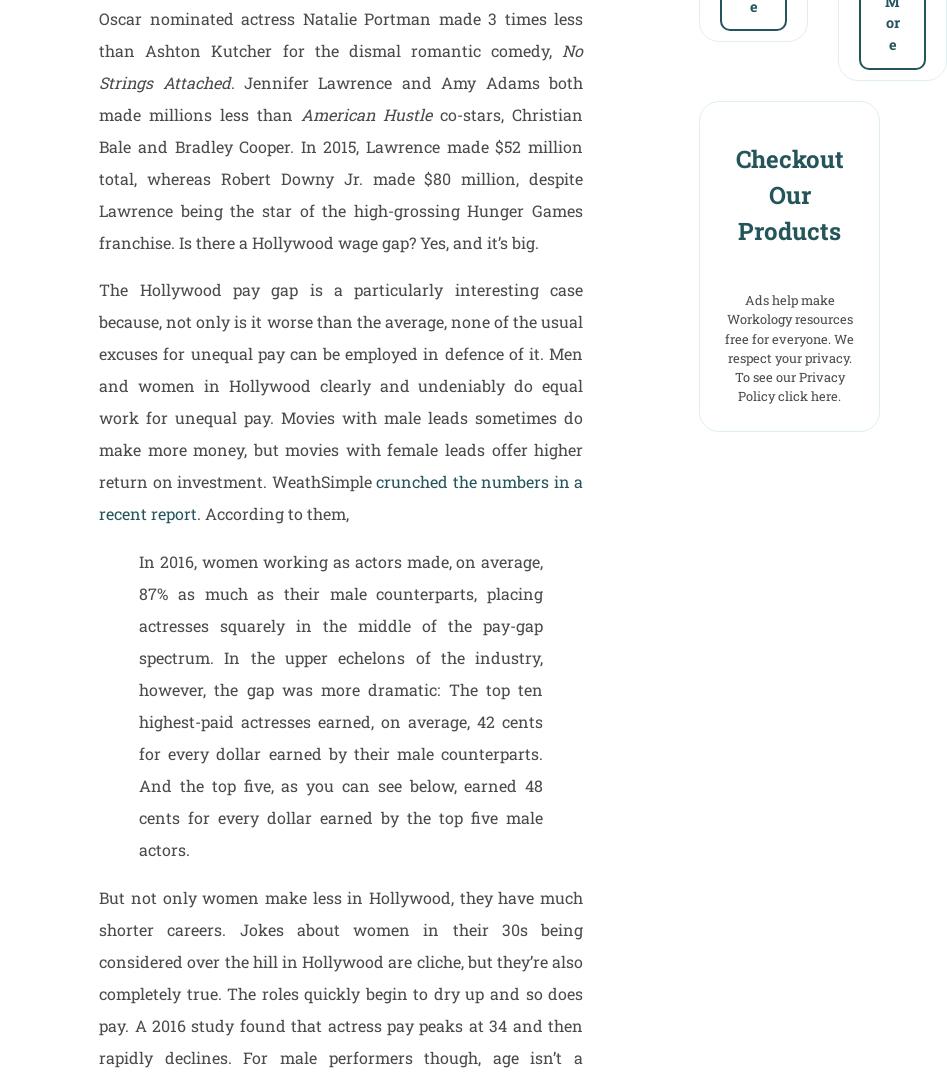 The width and height of the screenshot is (947, 1075). Describe the element at coordinates (340, 495) in the screenshot. I see `'crunched the numbers in a recent report'` at that location.